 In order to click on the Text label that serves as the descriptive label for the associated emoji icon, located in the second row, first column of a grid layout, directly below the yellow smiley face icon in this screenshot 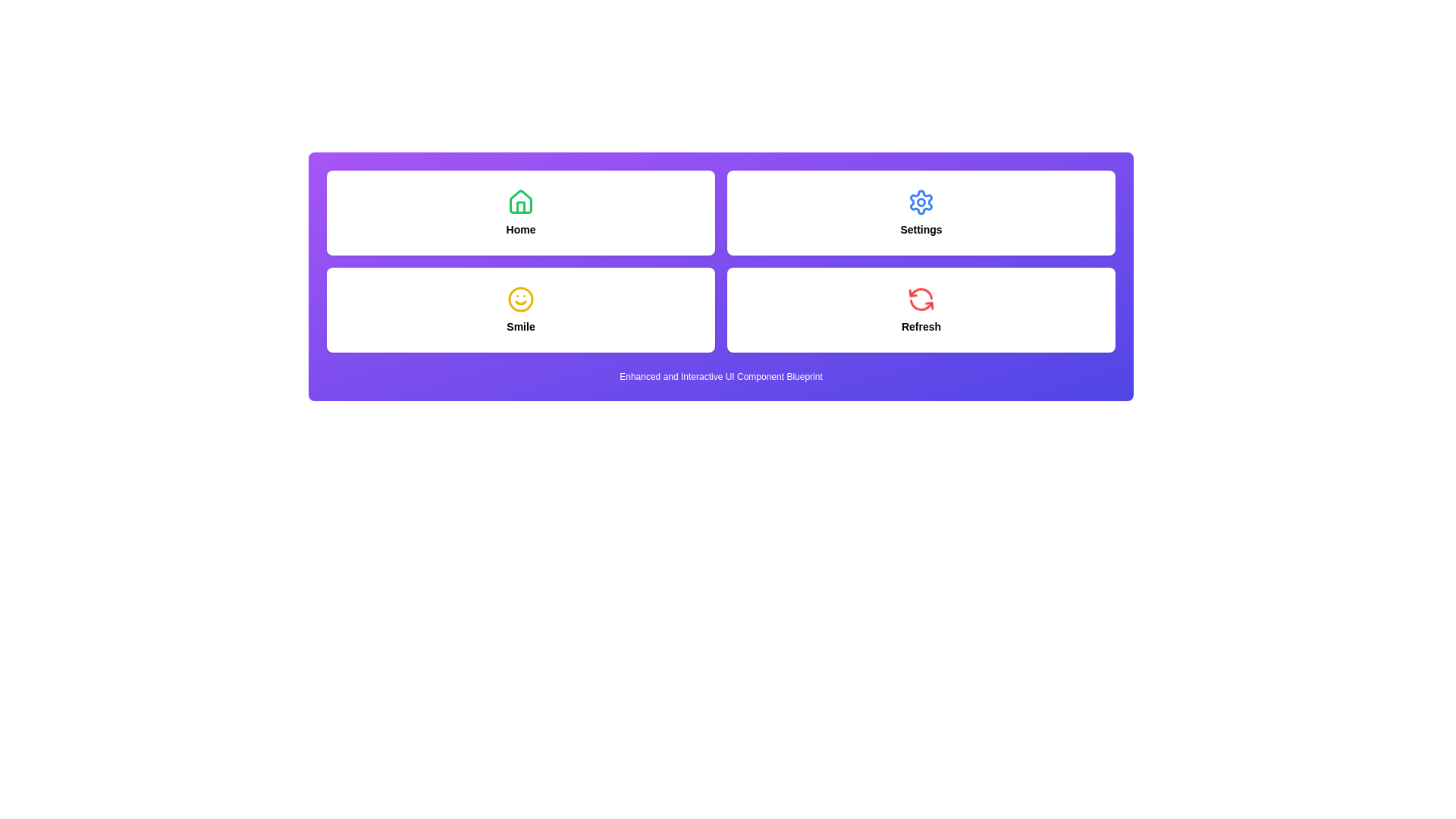, I will do `click(520, 326)`.